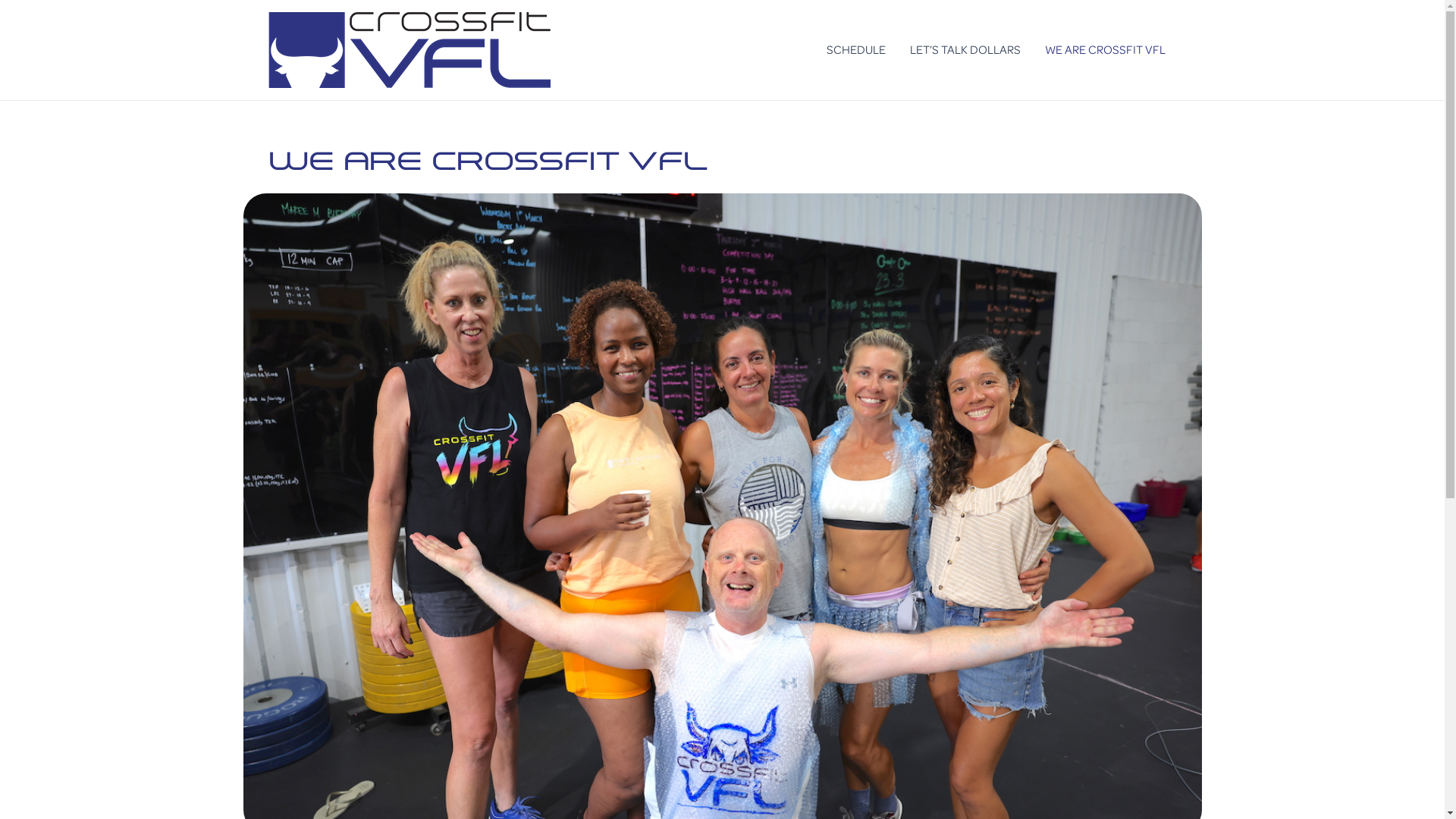  Describe the element at coordinates (855, 49) in the screenshot. I see `'SCHEDULE'` at that location.